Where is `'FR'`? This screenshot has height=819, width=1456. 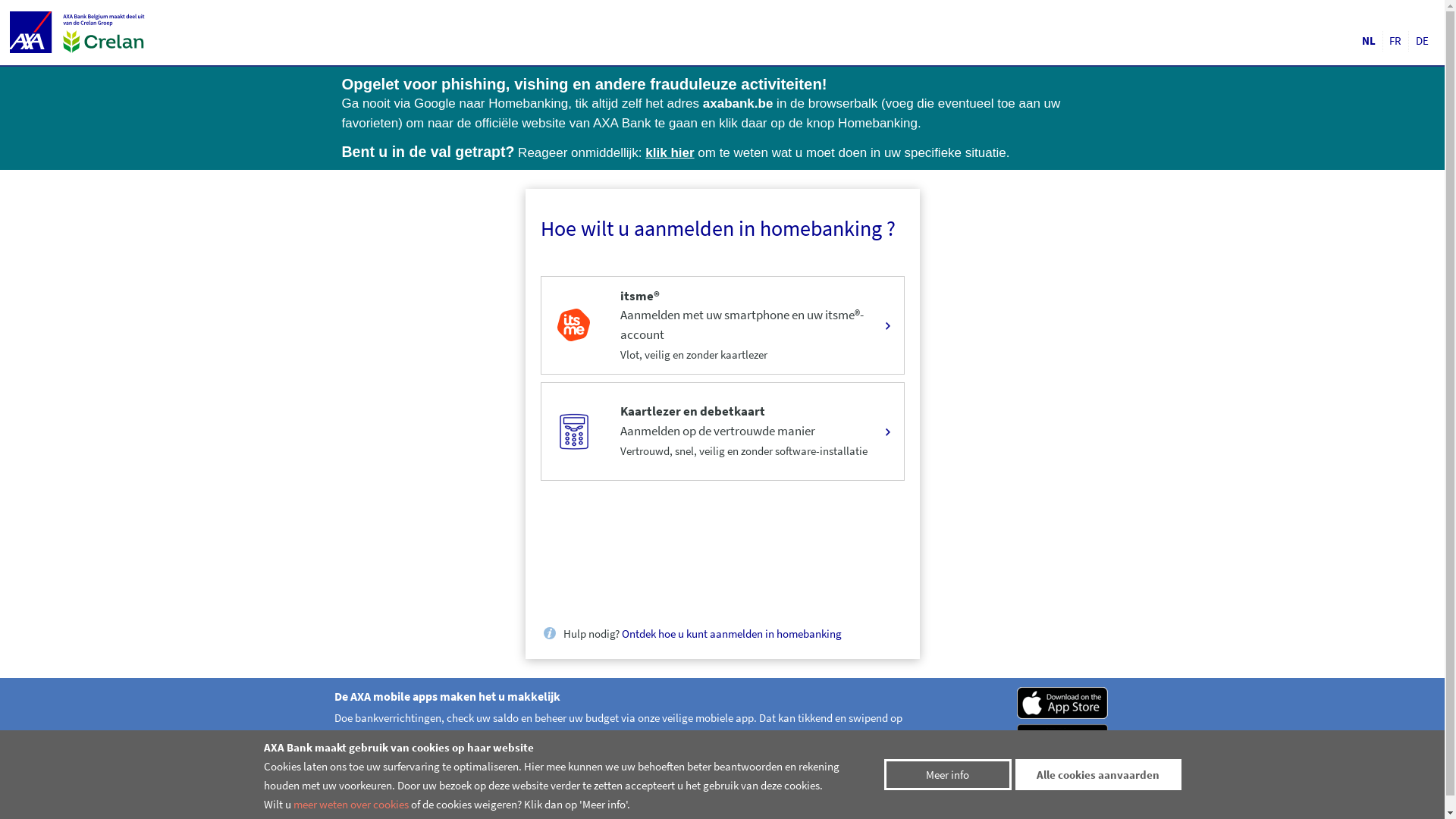
'FR' is located at coordinates (1395, 40).